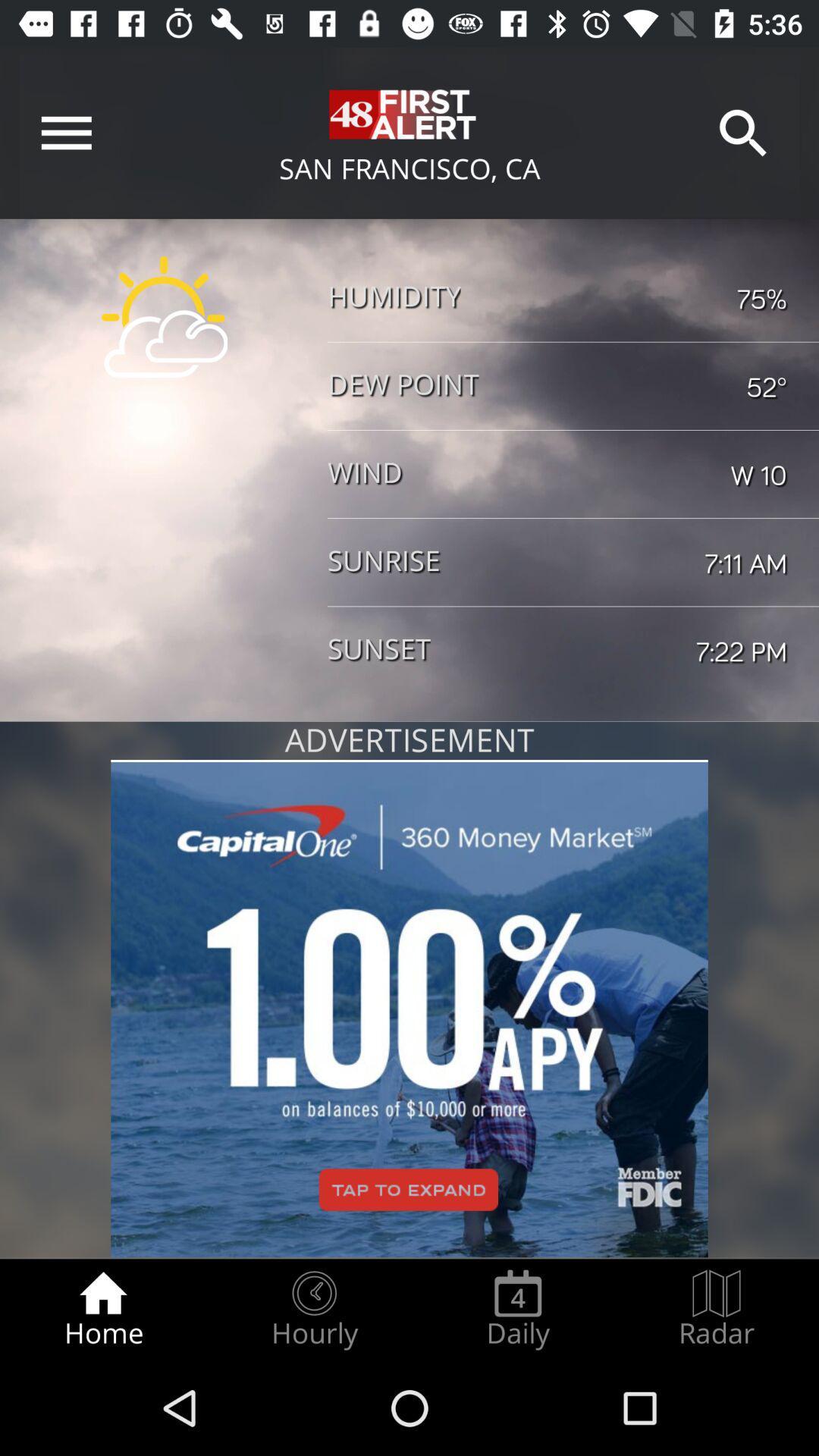 This screenshot has width=819, height=1456. I want to click on advertising, so click(409, 1009).